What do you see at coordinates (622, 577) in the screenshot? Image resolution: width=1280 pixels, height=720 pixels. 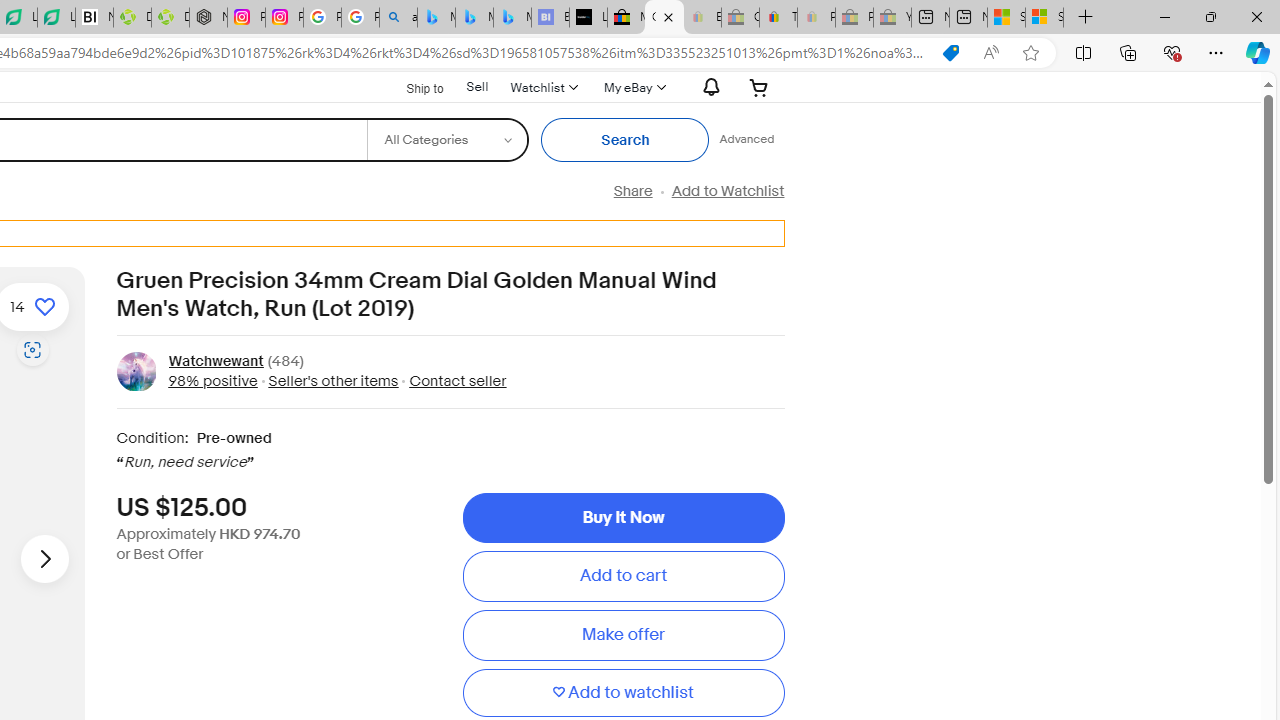 I see `'Add to cart'` at bounding box center [622, 577].